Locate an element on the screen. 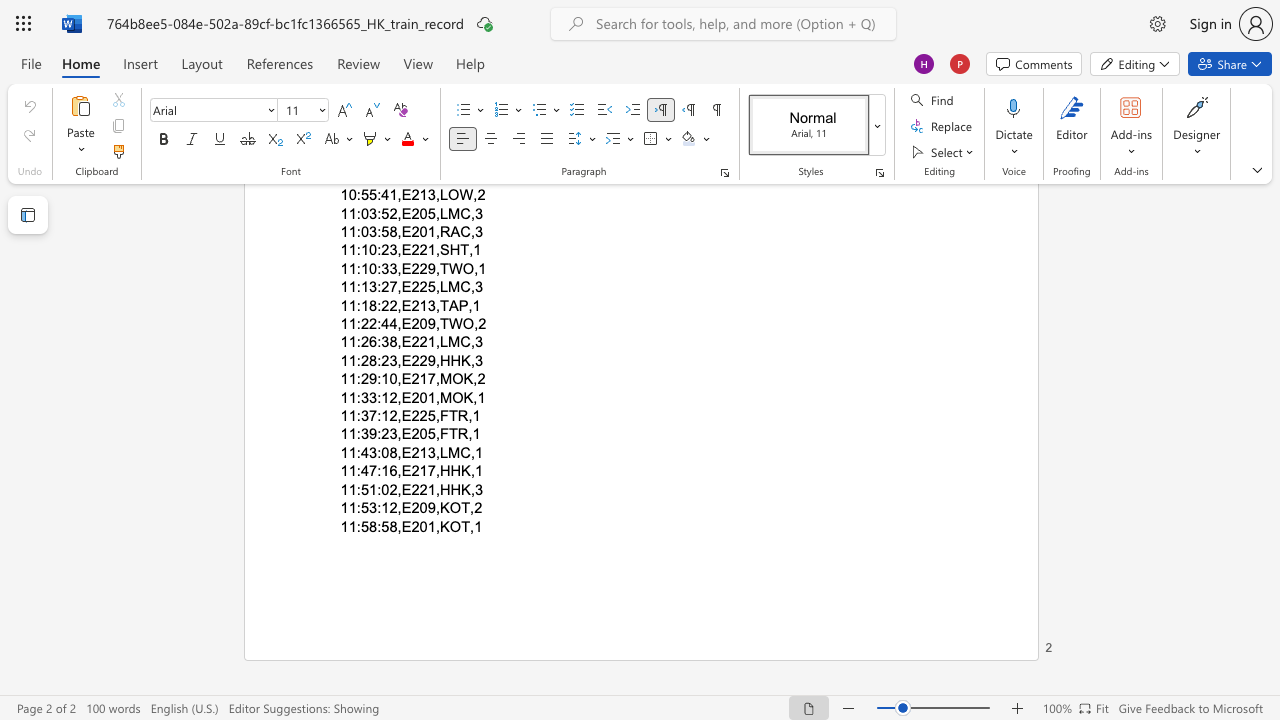 The height and width of the screenshot is (720, 1280). the subset text "T,1" within the text "11:58:58,E201,KOT,1" is located at coordinates (460, 525).